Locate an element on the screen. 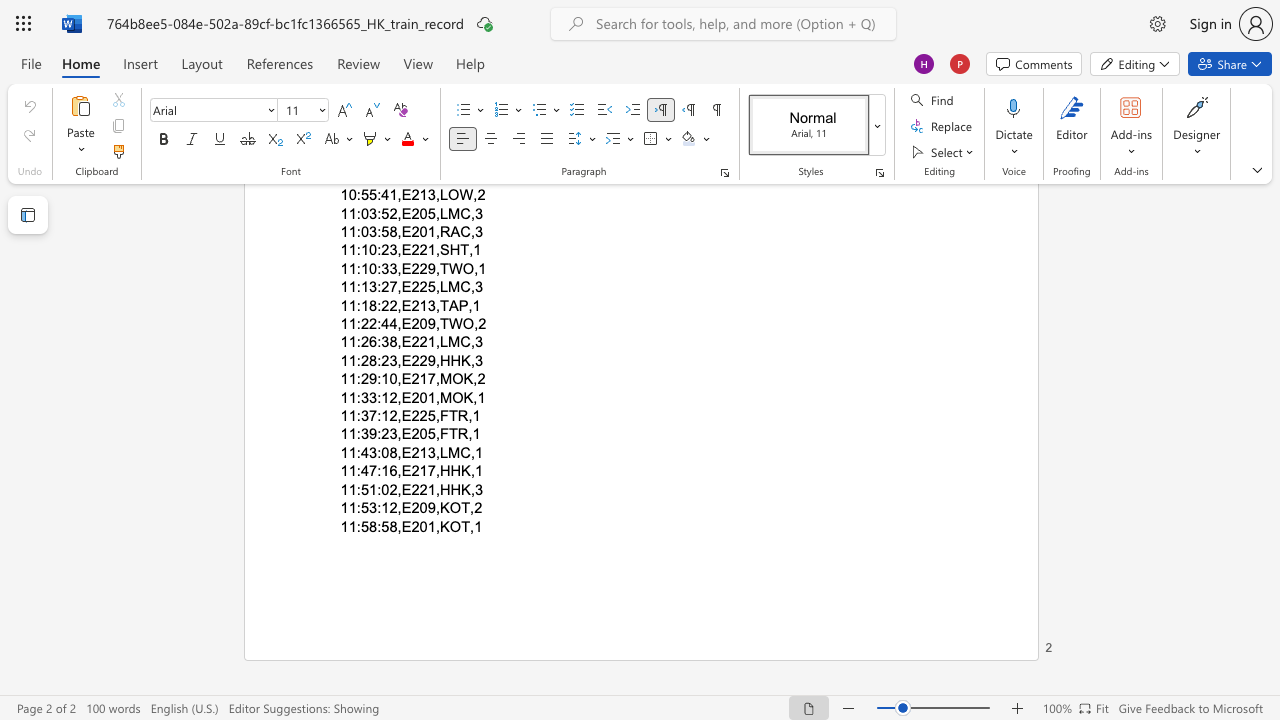 The height and width of the screenshot is (720, 1280). the subset text "T,1" within the text "11:58:58,E201,KOT,1" is located at coordinates (460, 525).